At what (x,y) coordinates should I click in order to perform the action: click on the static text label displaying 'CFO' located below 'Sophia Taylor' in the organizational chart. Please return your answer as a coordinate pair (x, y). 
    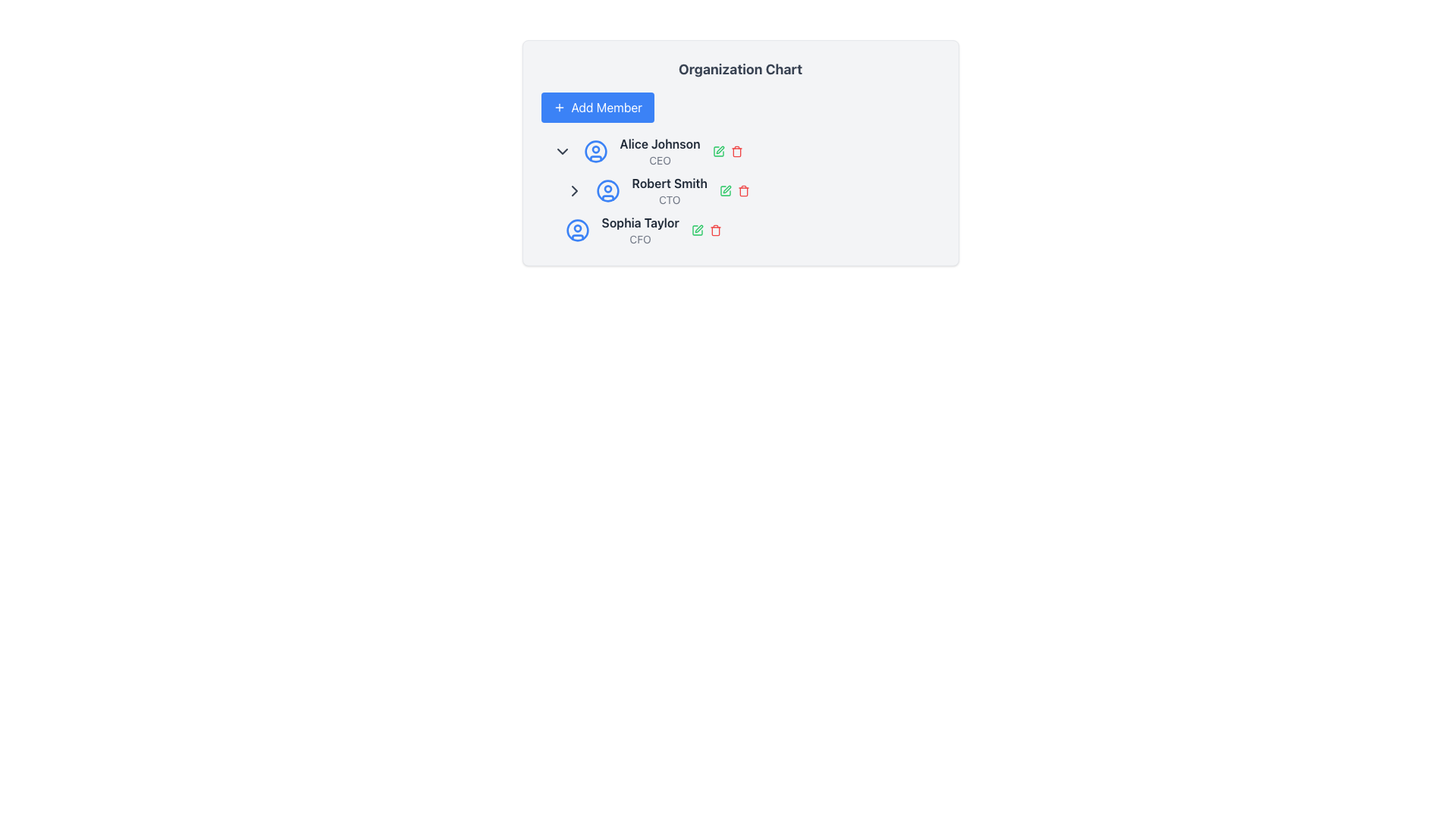
    Looking at the image, I should click on (640, 239).